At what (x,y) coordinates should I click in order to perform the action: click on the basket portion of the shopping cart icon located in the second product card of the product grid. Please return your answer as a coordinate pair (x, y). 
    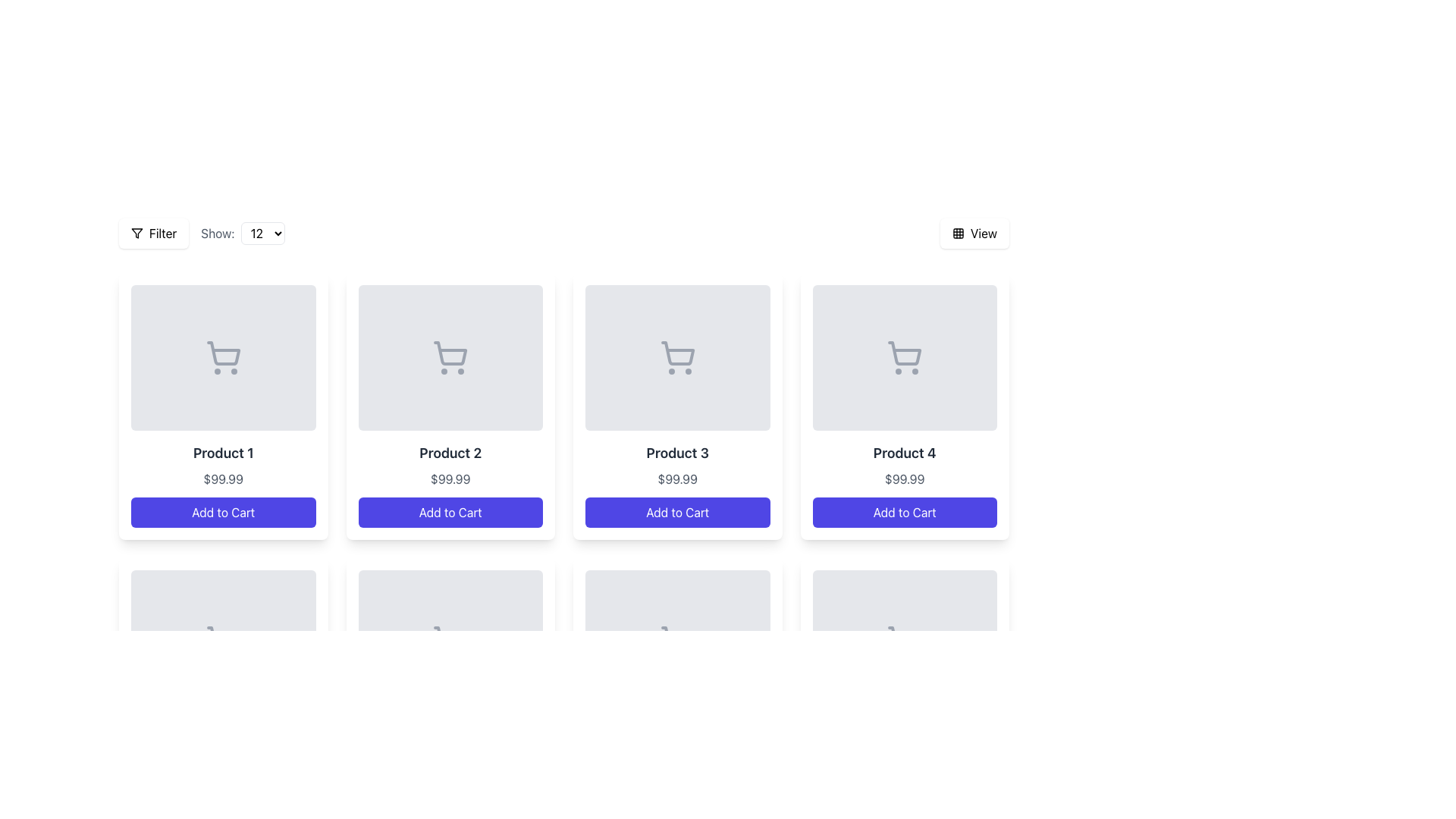
    Looking at the image, I should click on (450, 353).